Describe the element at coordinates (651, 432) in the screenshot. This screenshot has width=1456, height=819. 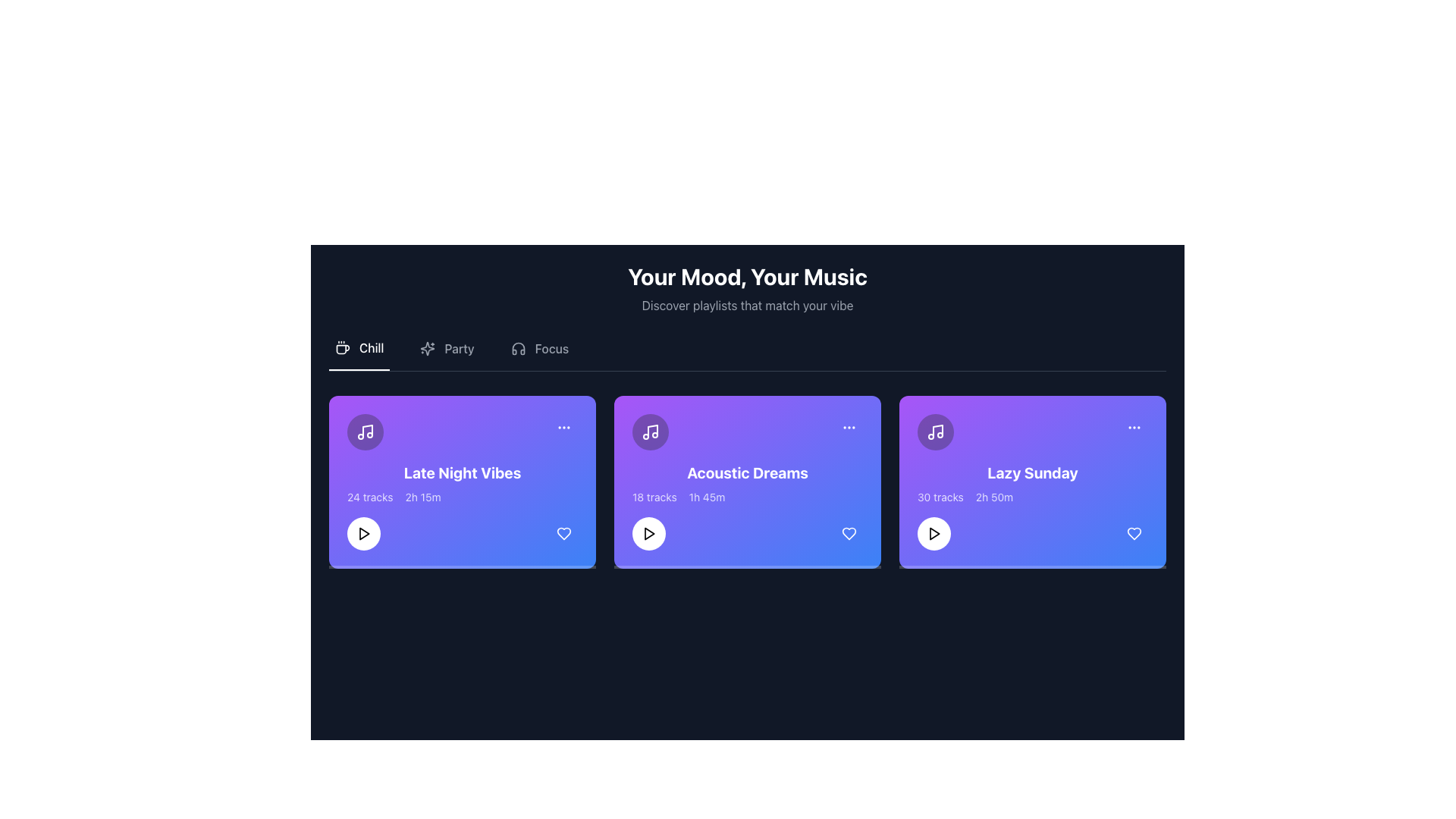
I see `the Decorative icon, which is a circular icon with a black semi-transparent background and a white musical note symbol, located at the top-left corner of the 'Acoustic Dreams' card` at that location.